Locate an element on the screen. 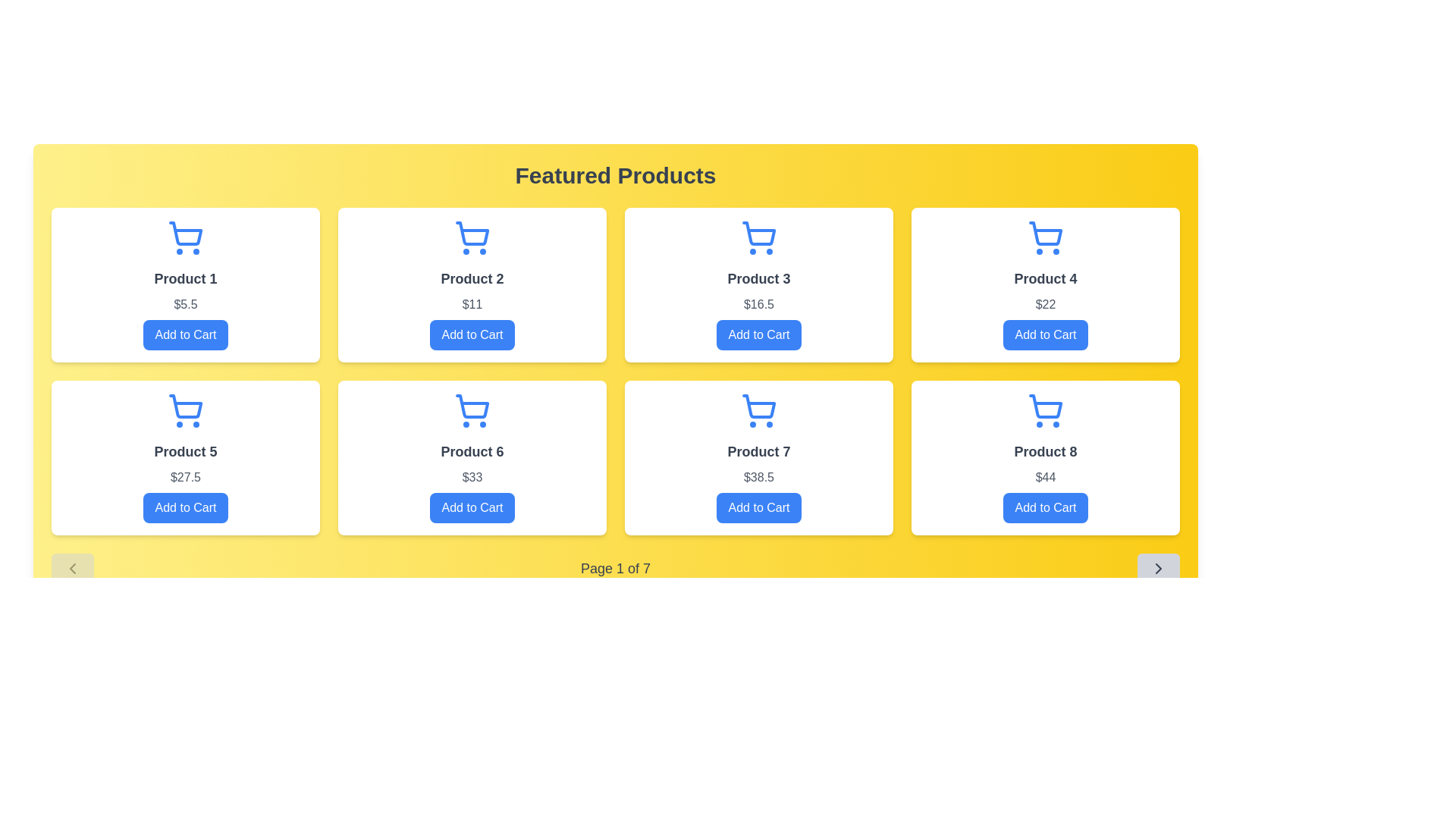  the monetary value displayed as '$44' in the product card for 'Product 8', which is styled in gray color and centered alignment is located at coordinates (1044, 476).